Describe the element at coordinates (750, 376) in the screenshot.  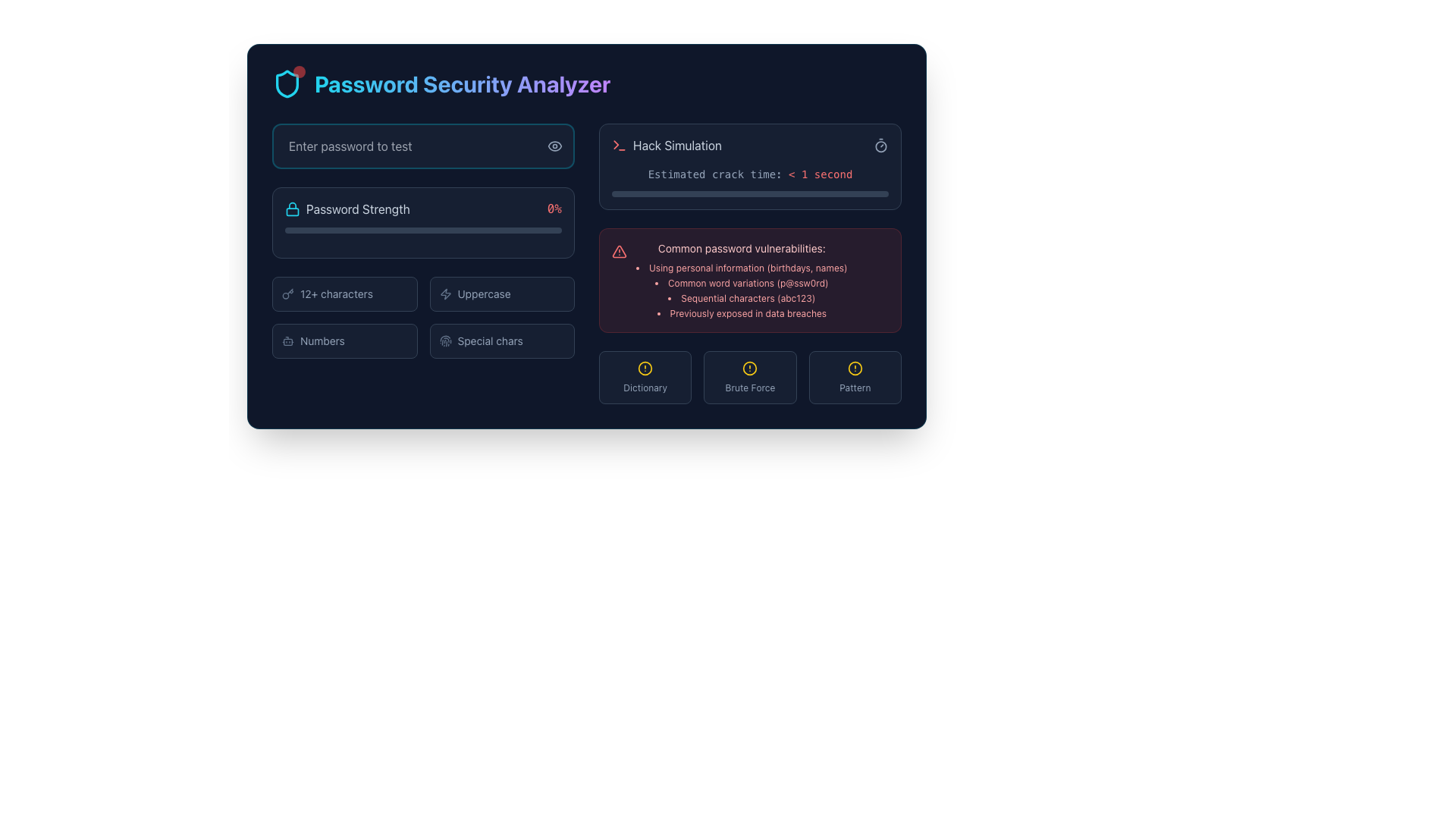
I see `the Horizontal option selector for password security categories located at the lower part of the interface by clicking on it for more information` at that location.